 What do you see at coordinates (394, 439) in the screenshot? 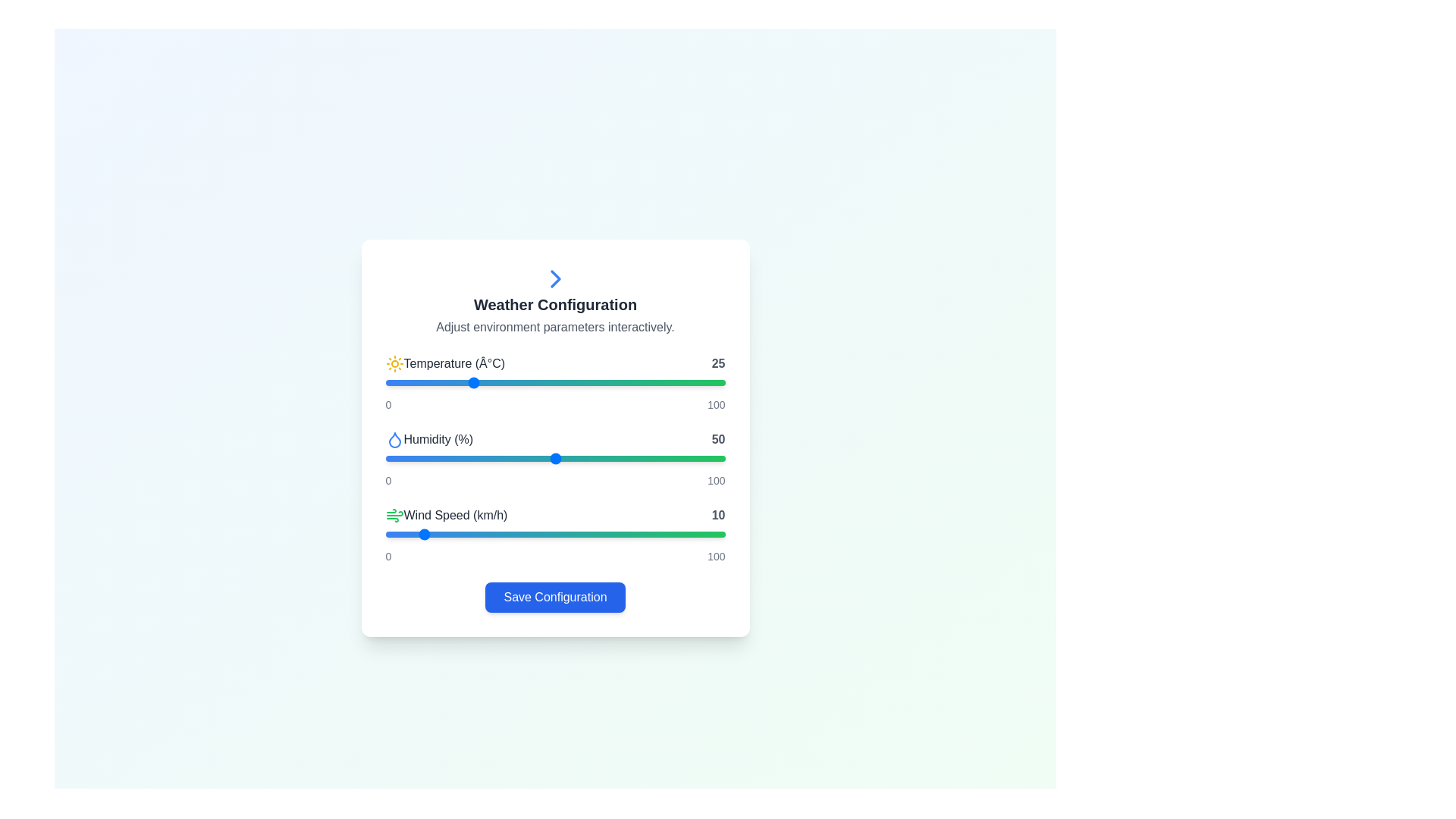
I see `the blue-colored droplet icon, which is styled with clean, rounded lines and is located to the left of the 'Humidity (%)' text label` at bounding box center [394, 439].